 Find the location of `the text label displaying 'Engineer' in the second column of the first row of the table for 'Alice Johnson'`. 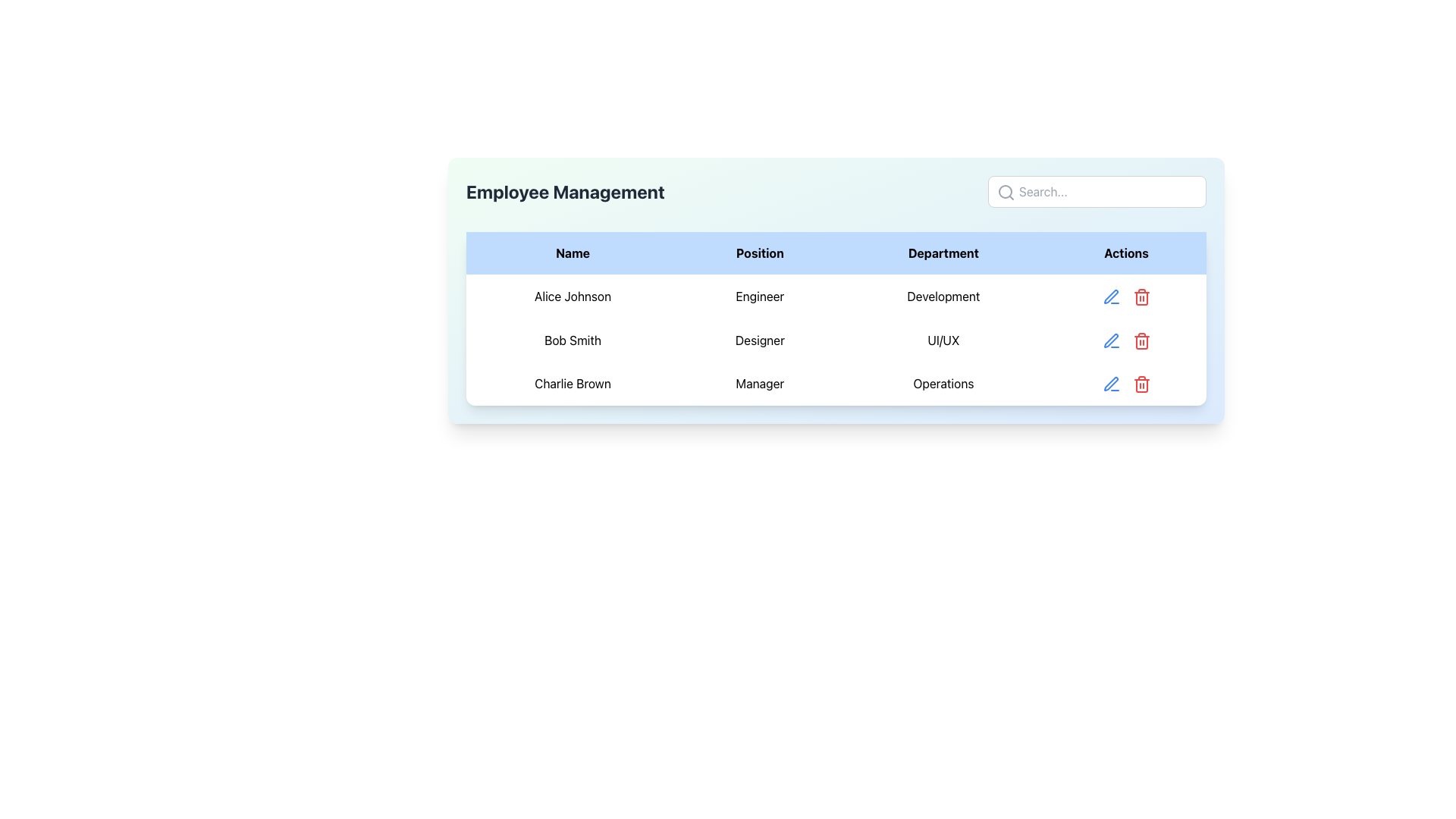

the text label displaying 'Engineer' in the second column of the first row of the table for 'Alice Johnson' is located at coordinates (760, 296).